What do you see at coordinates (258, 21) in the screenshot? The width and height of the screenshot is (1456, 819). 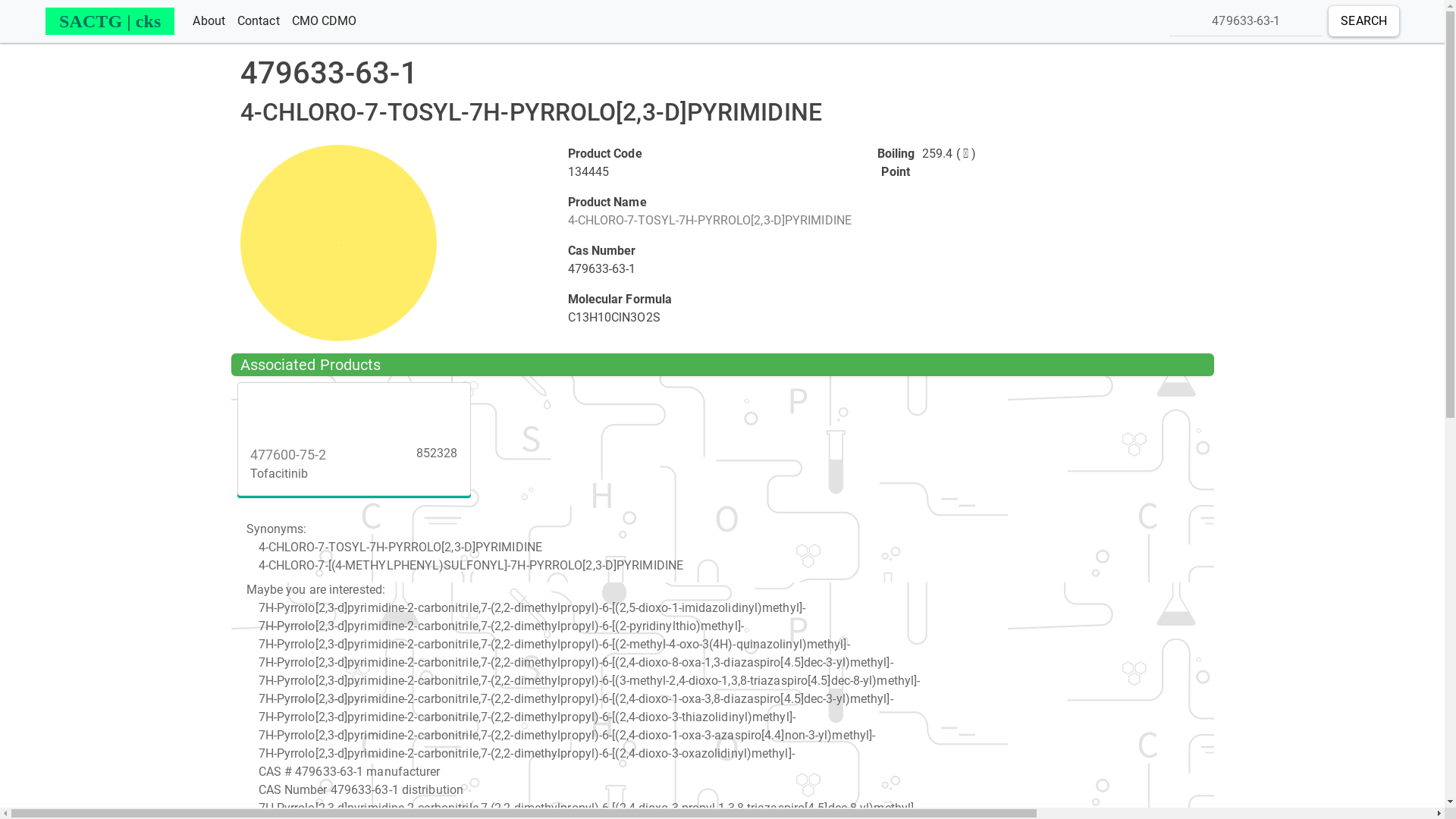 I see `'Contact'` at bounding box center [258, 21].